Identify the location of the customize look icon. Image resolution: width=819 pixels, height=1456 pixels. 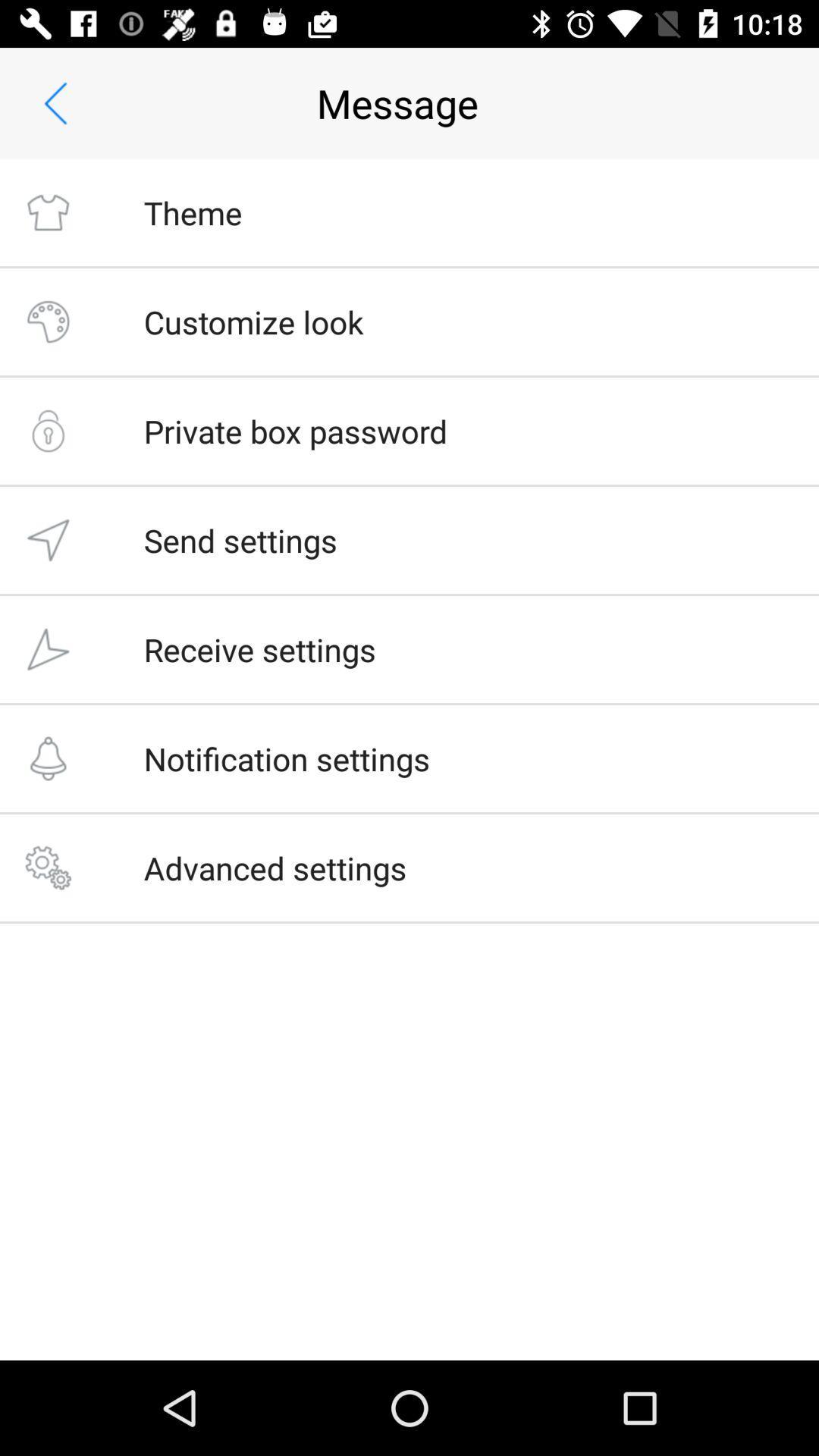
(253, 321).